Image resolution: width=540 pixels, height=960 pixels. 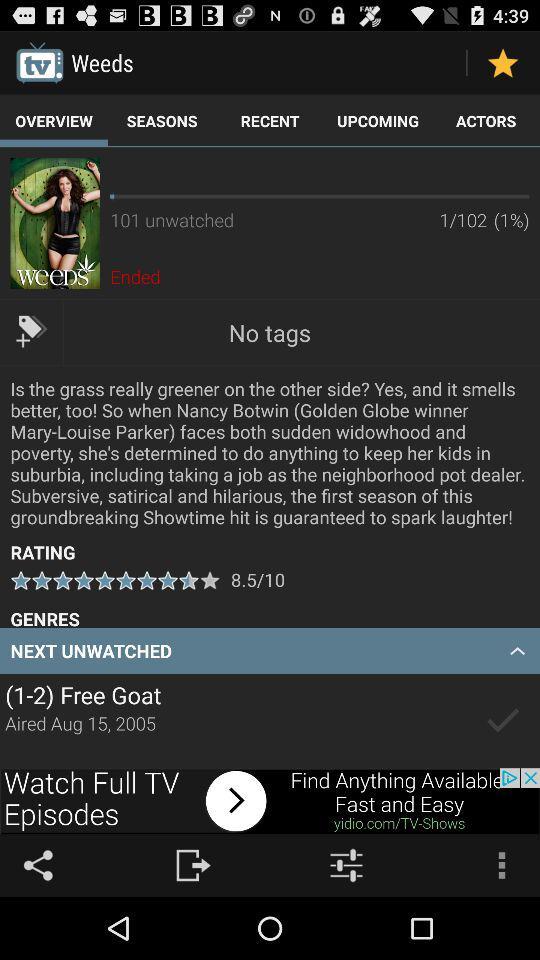 What do you see at coordinates (502, 720) in the screenshot?
I see `the tv series` at bounding box center [502, 720].